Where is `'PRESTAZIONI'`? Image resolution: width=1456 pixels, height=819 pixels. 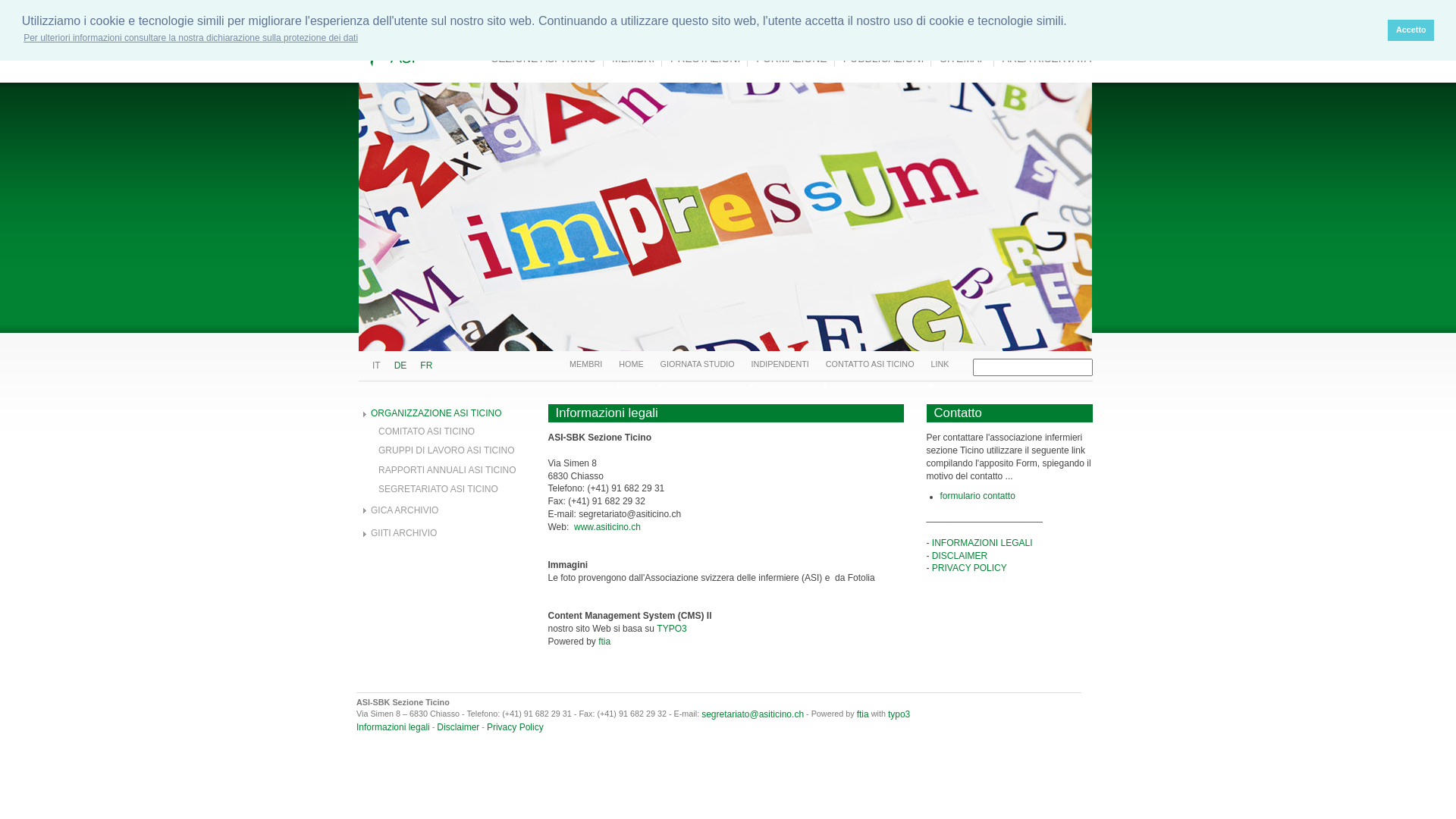 'PRESTAZIONI' is located at coordinates (663, 58).